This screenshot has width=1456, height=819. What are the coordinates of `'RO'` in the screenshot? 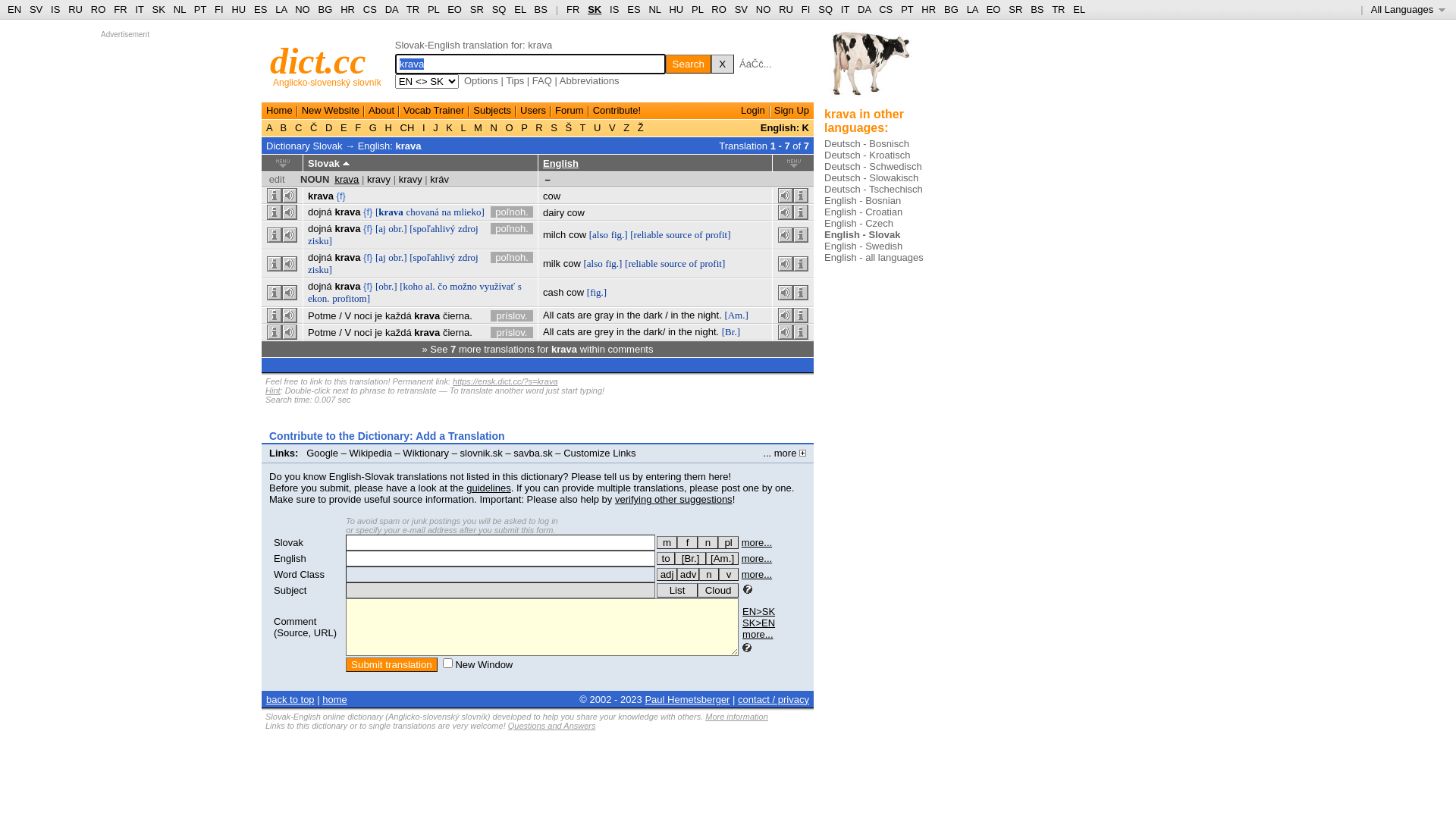 It's located at (710, 9).